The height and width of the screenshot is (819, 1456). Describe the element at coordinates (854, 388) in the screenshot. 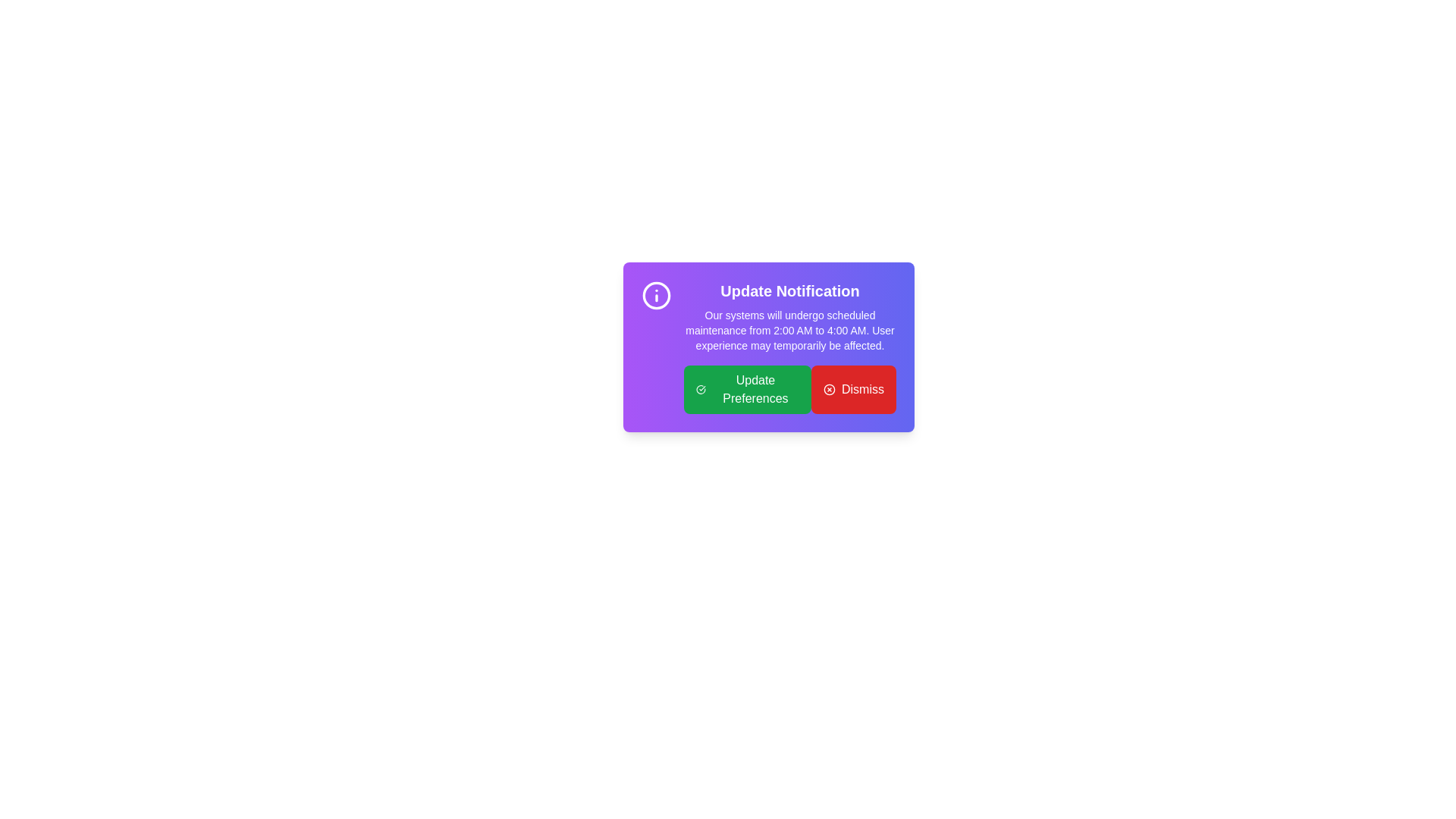

I see `'Dismiss' button to close the notification` at that location.